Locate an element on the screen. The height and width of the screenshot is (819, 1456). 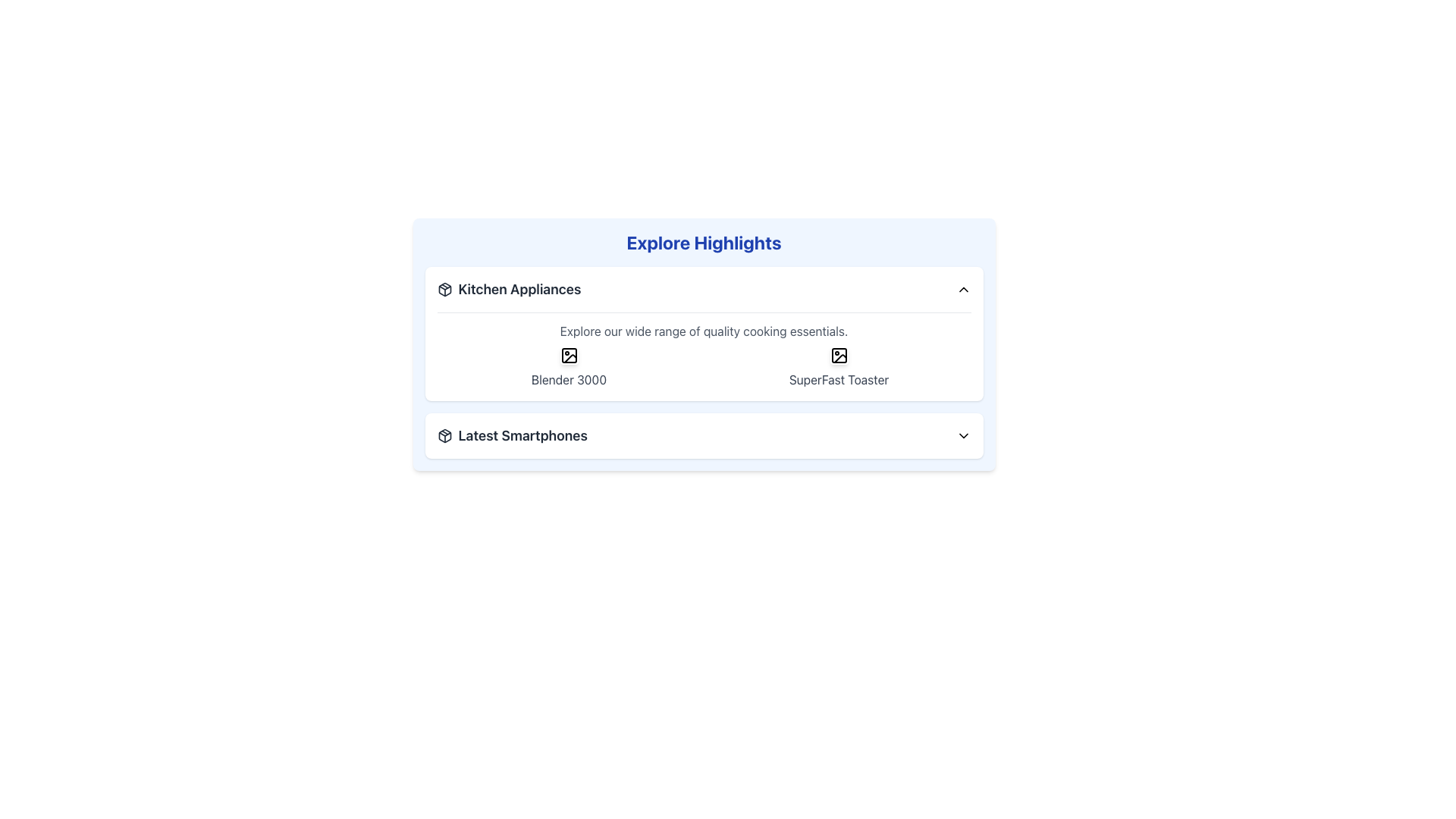
the chevron icon located at the far right of the 'Latest Smartphones' text is located at coordinates (962, 435).